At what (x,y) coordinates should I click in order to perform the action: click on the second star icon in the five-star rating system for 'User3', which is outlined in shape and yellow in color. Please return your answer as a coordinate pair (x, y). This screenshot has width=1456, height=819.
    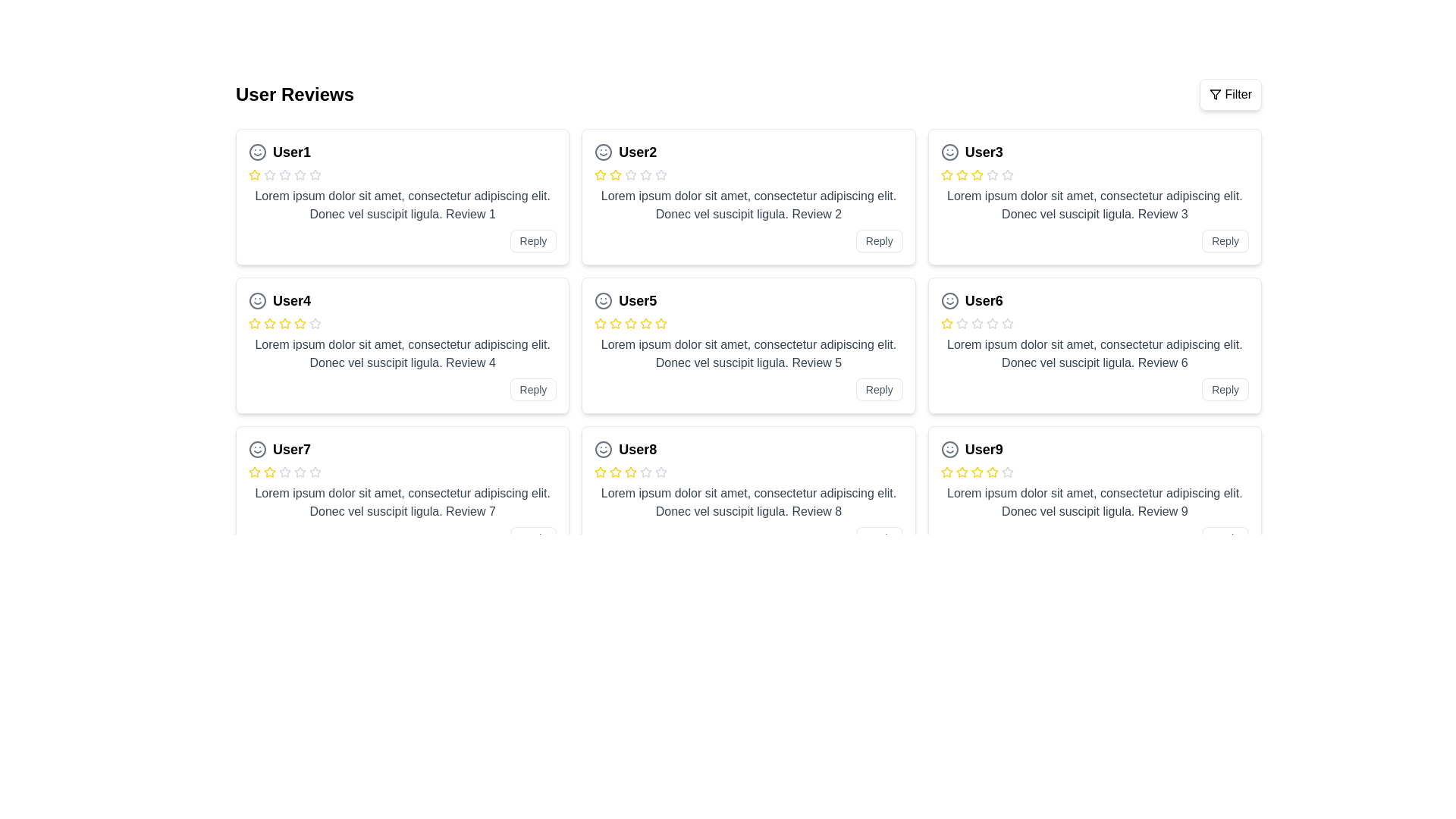
    Looking at the image, I should click on (946, 174).